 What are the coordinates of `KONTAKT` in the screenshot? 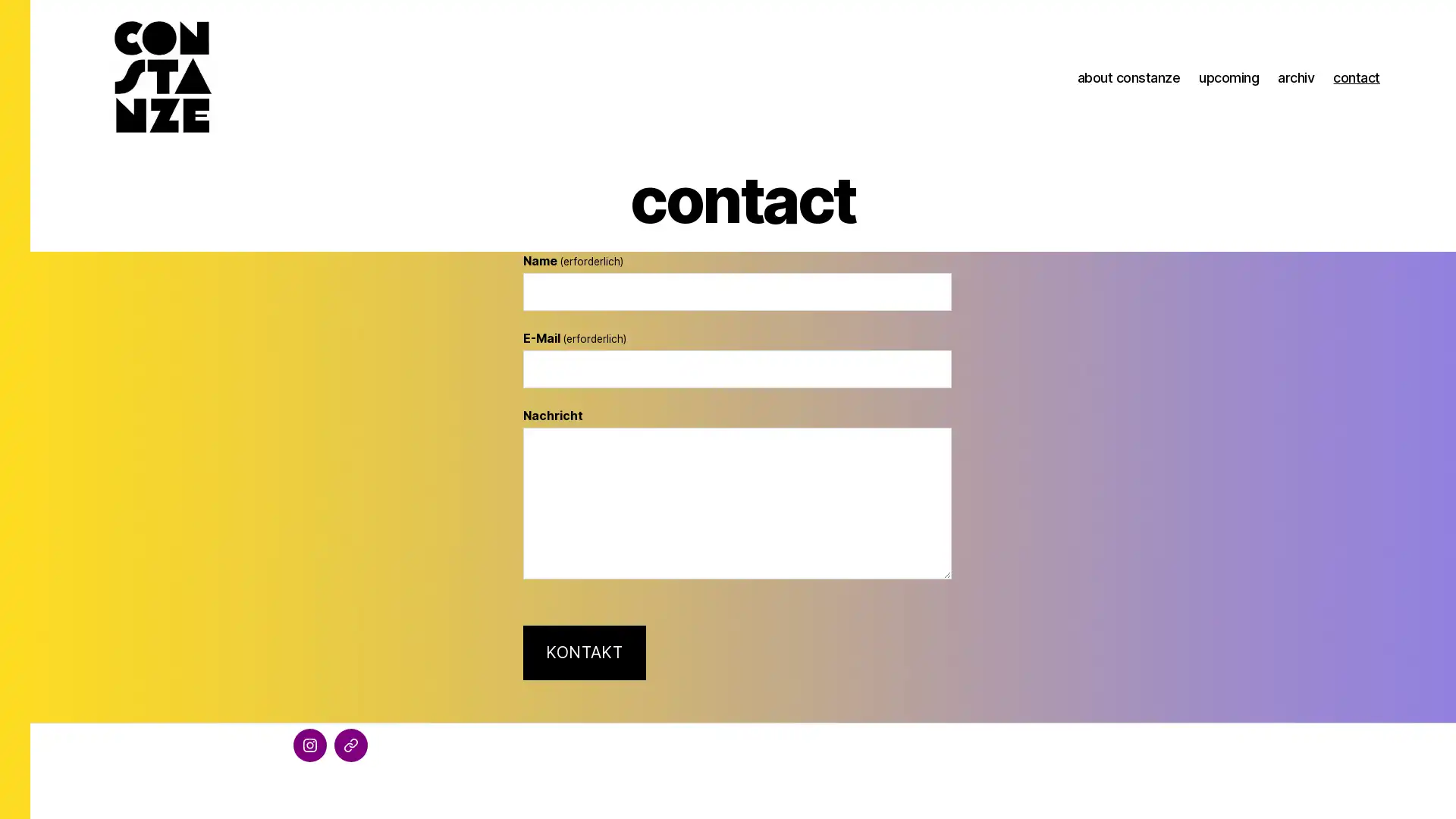 It's located at (583, 651).